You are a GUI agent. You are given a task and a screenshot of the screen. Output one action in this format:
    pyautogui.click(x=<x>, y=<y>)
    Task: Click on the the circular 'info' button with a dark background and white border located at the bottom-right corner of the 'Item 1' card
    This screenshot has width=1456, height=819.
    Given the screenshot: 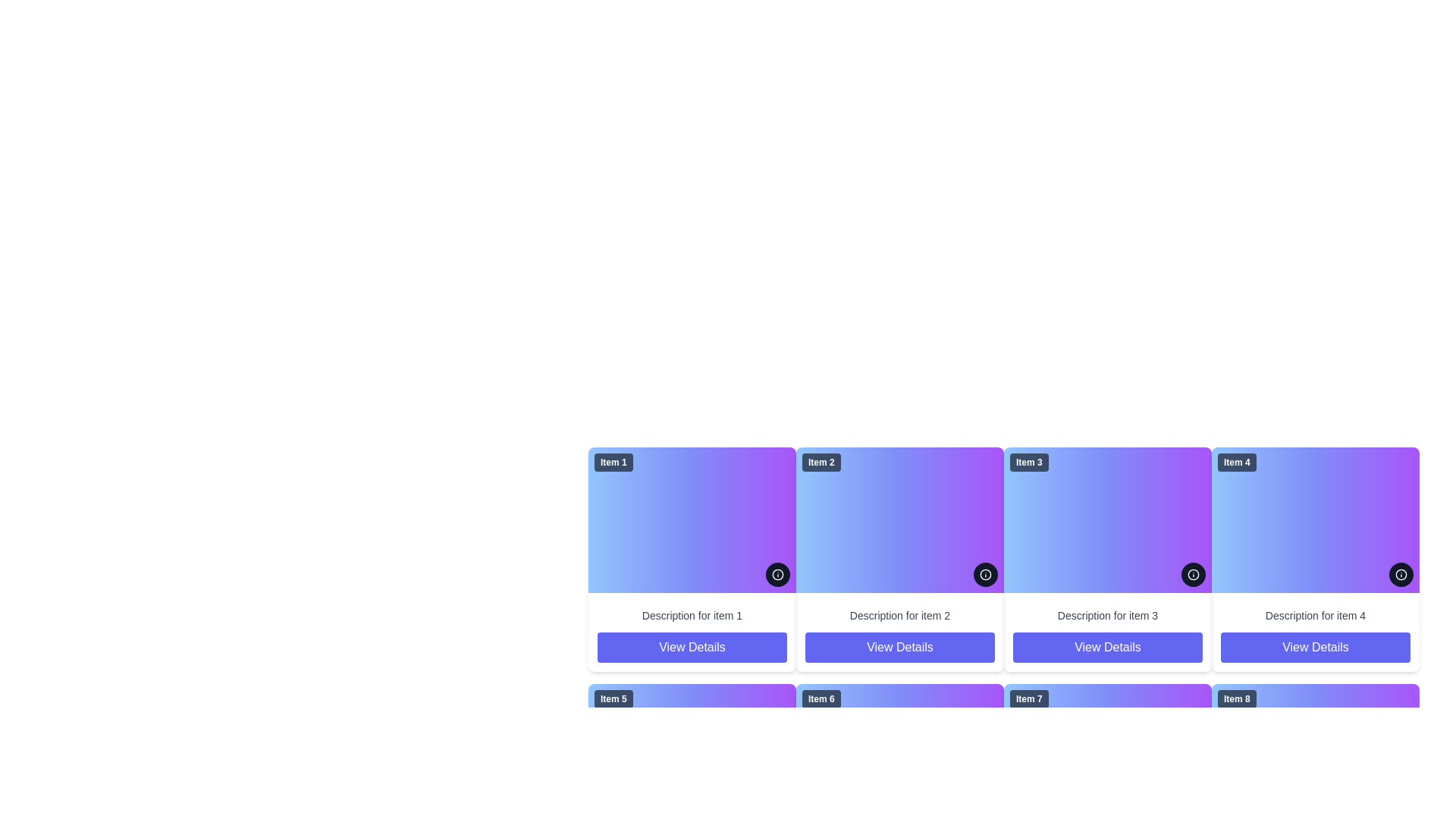 What is the action you would take?
    pyautogui.click(x=778, y=575)
    